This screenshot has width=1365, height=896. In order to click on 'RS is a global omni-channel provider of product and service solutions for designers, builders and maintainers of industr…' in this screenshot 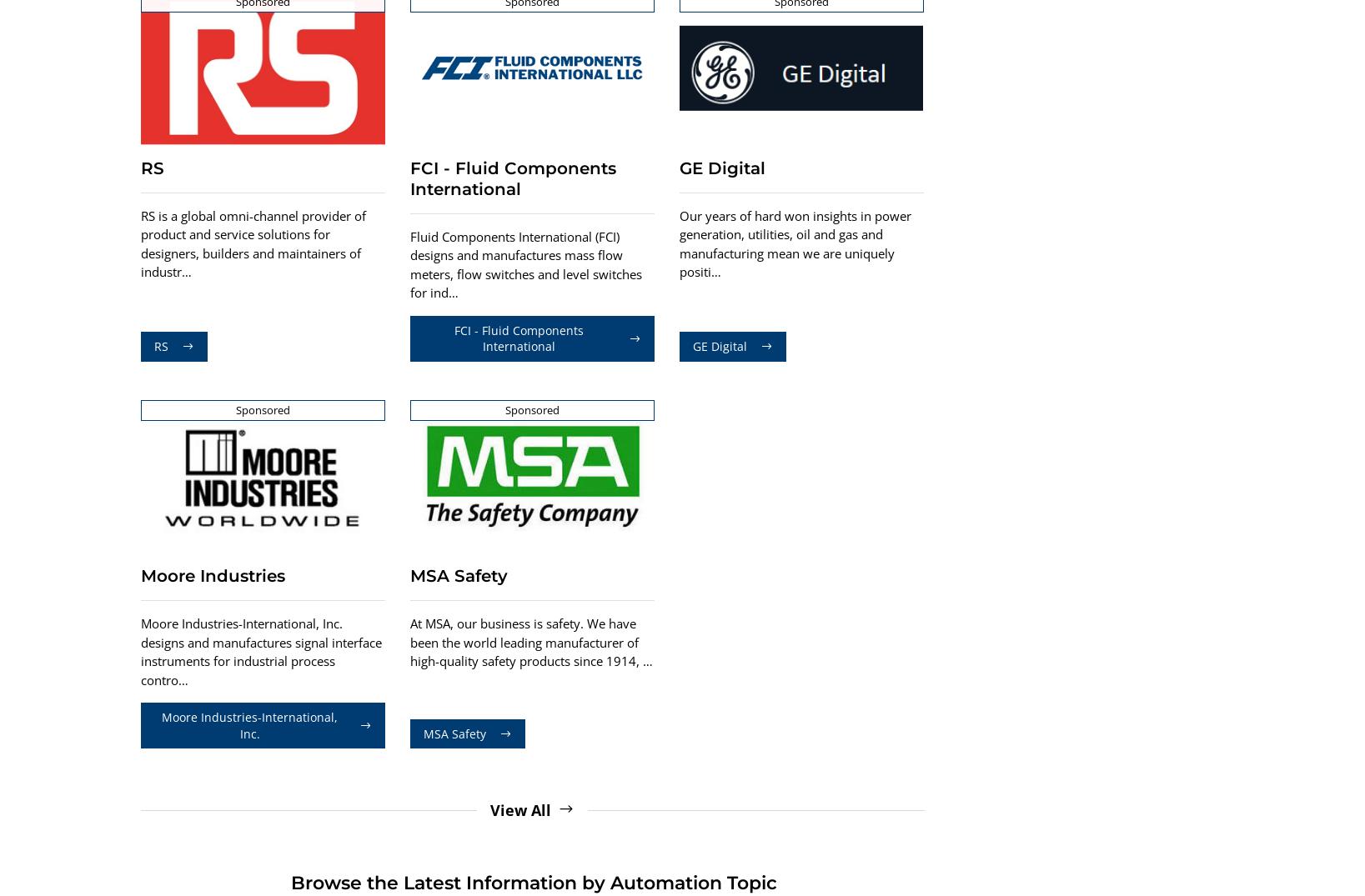, I will do `click(252, 243)`.